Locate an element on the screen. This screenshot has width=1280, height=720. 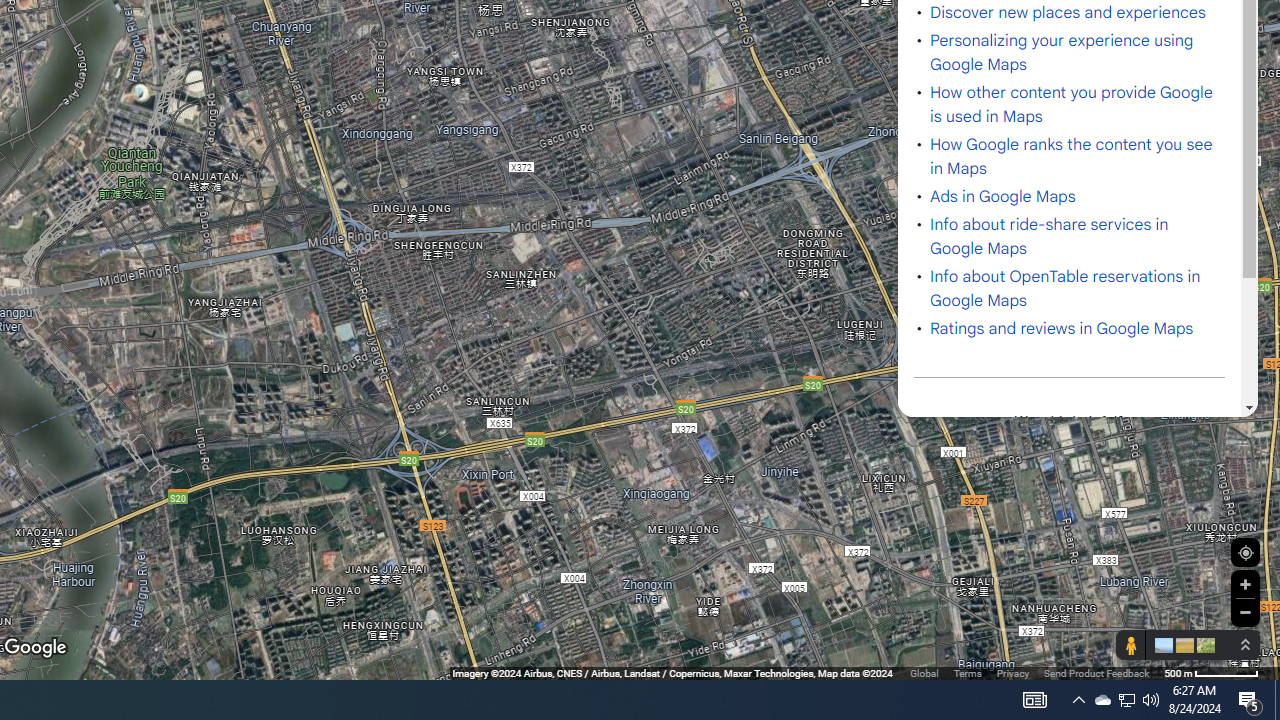
'Info about ride-share services in Google Maps' is located at coordinates (1048, 236).